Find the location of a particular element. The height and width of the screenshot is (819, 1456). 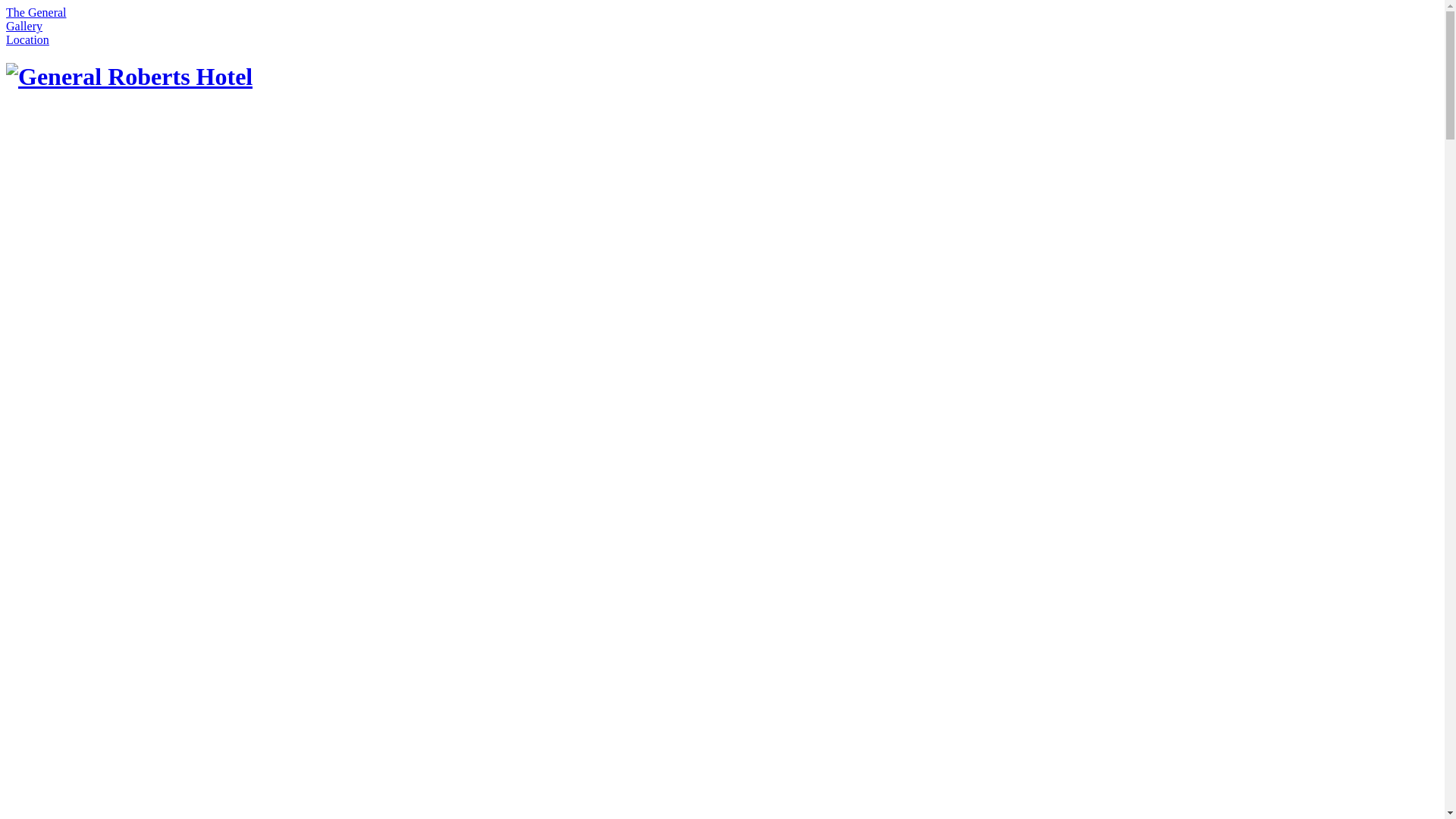

'Location' is located at coordinates (27, 39).